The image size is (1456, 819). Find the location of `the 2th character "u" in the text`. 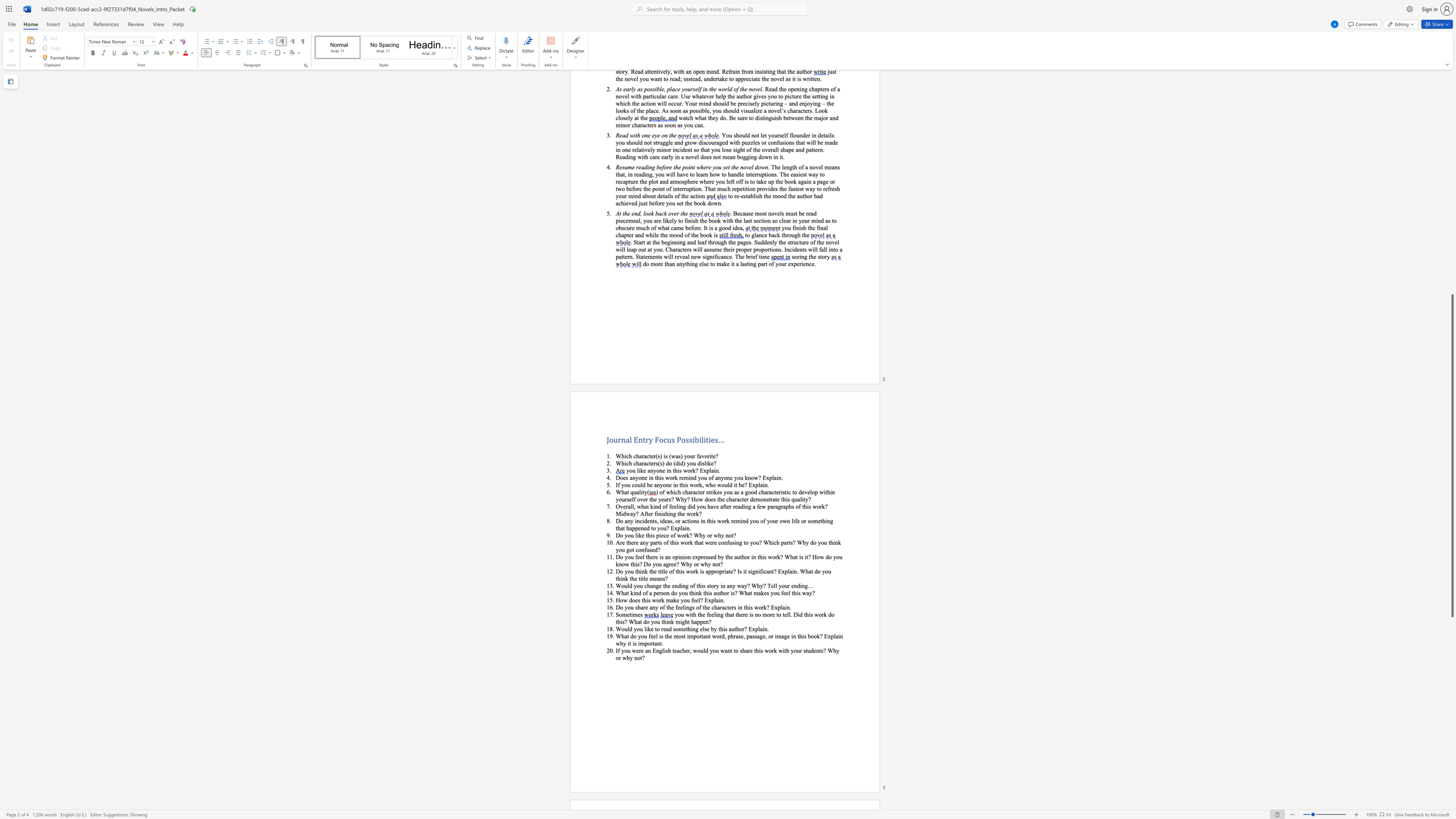

the 2th character "u" in the text is located at coordinates (717, 592).